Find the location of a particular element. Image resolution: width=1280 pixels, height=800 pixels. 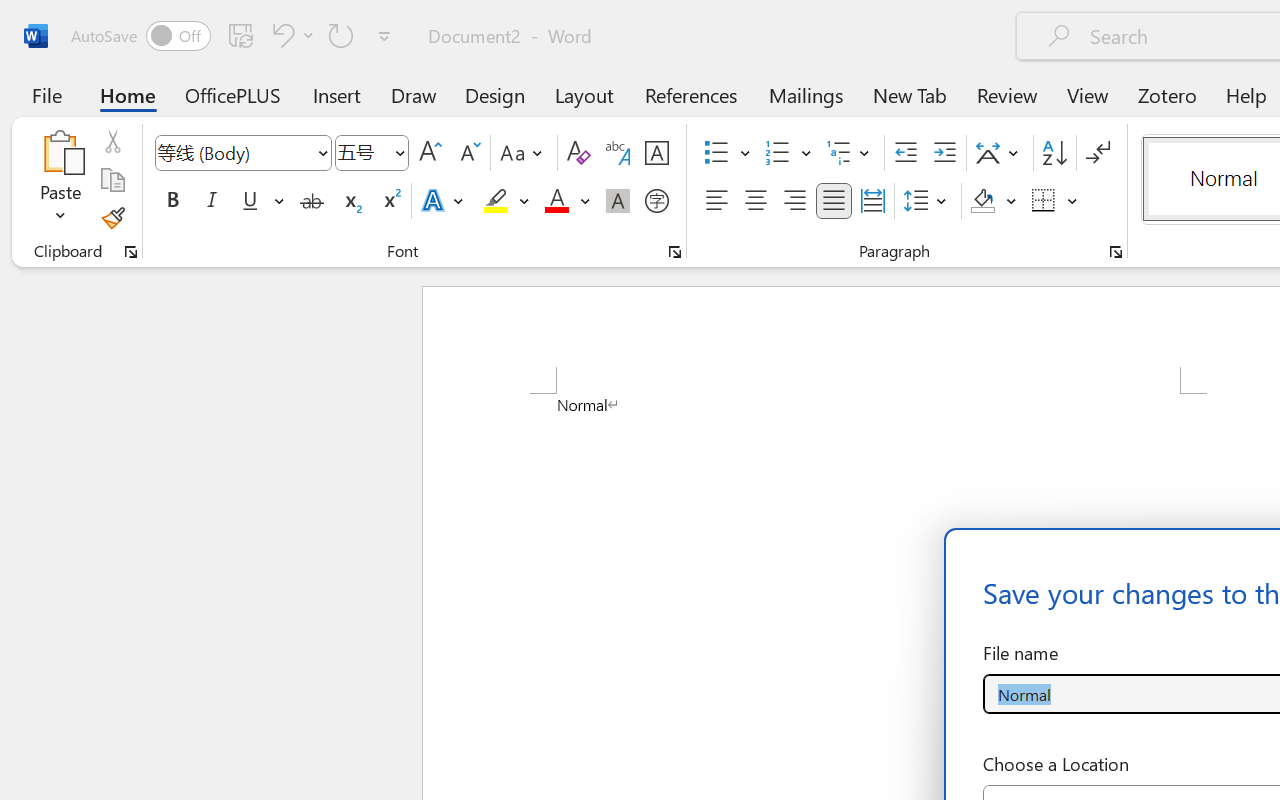

'Numbering' is located at coordinates (777, 153).